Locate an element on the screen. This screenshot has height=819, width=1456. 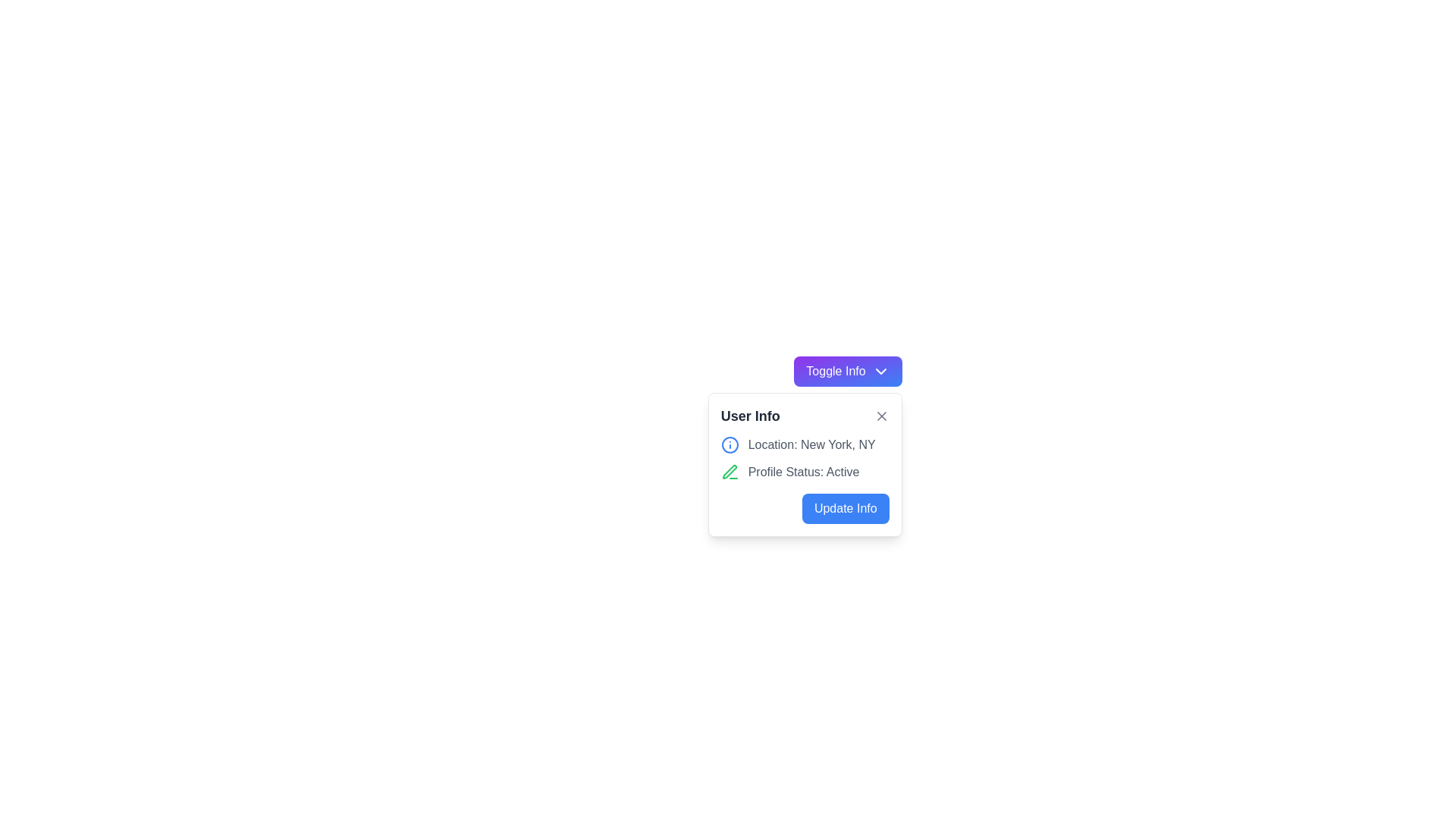
the blue rectangular button with rounded corners and white text reading 'Update Info' located at the bottom-right corner of the 'User Info' card is located at coordinates (845, 509).